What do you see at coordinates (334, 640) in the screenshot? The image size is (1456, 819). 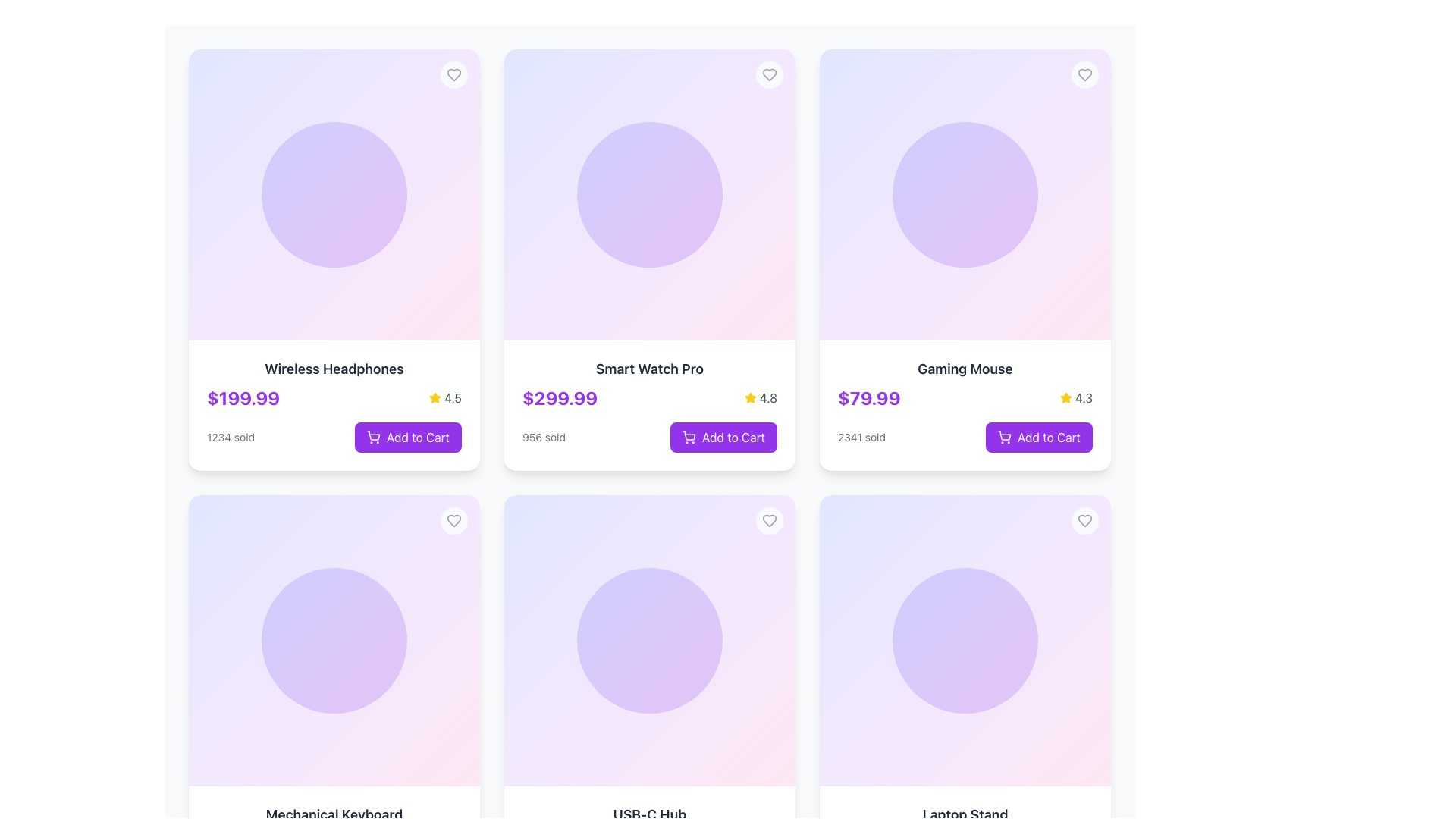 I see `the decorative graphical element, which is a styled circular component centered within the first card of the second row in the grid layout, adding visual emphasis to the card` at bounding box center [334, 640].